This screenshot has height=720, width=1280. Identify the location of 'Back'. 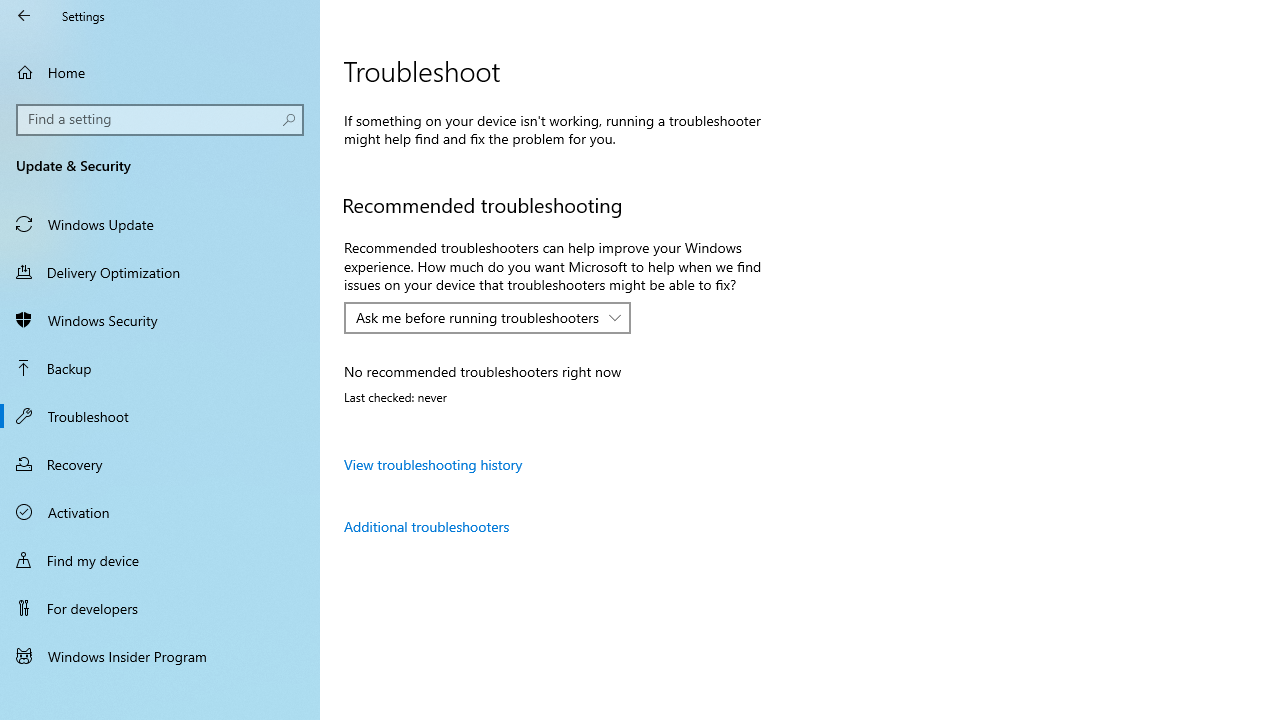
(24, 15).